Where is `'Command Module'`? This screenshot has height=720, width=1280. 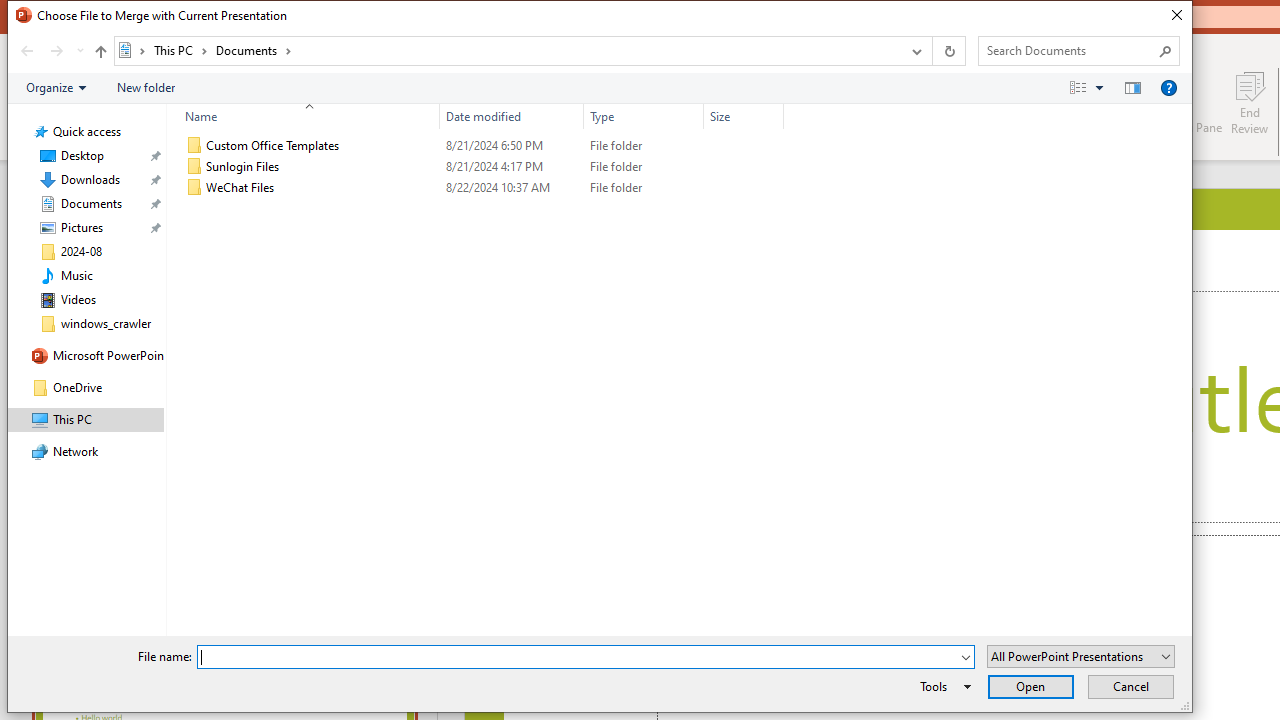 'Command Module' is located at coordinates (598, 87).